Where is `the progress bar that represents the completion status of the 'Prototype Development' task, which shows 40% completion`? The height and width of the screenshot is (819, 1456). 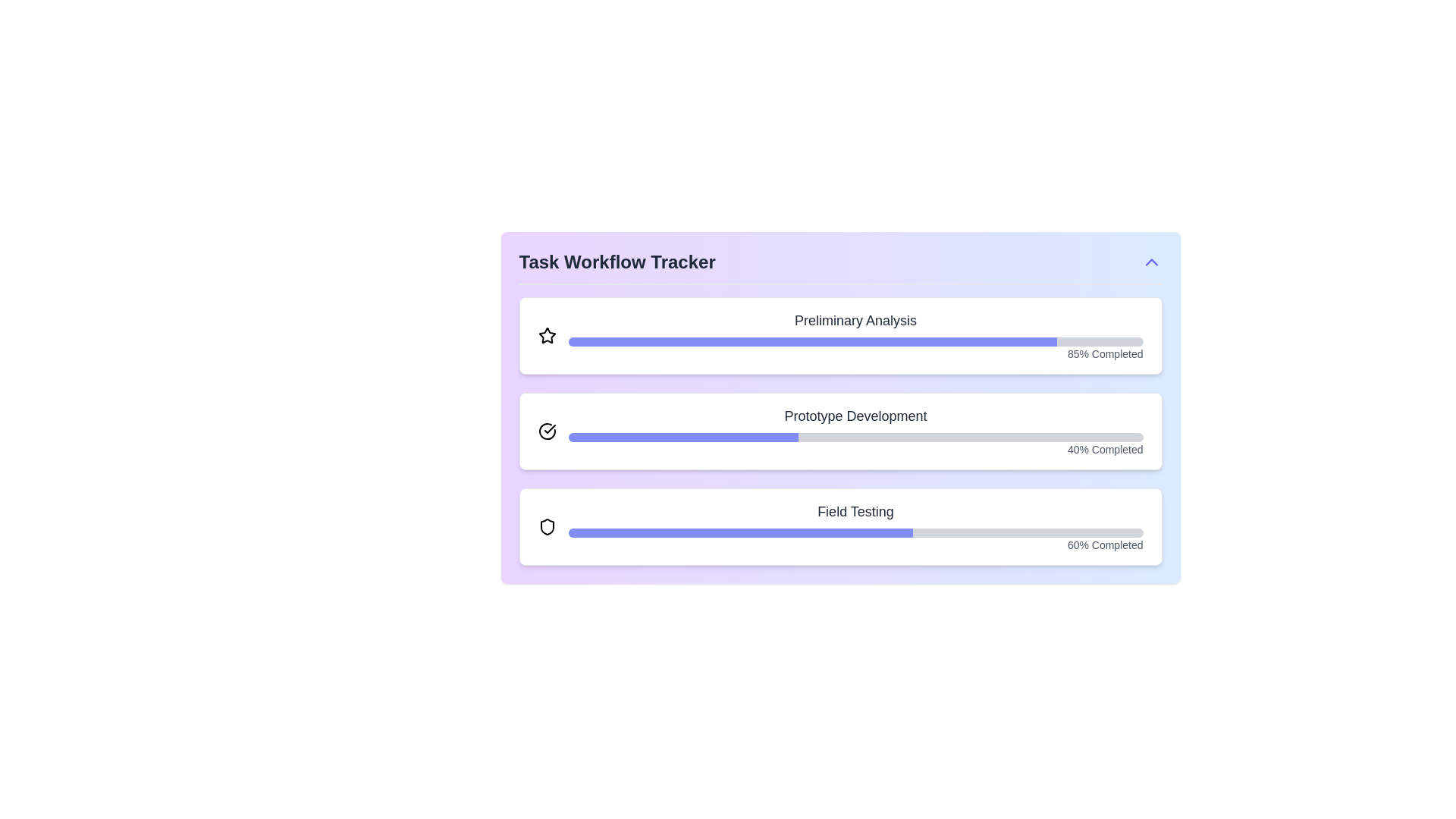
the progress bar that represents the completion status of the 'Prototype Development' task, which shows 40% completion is located at coordinates (855, 438).